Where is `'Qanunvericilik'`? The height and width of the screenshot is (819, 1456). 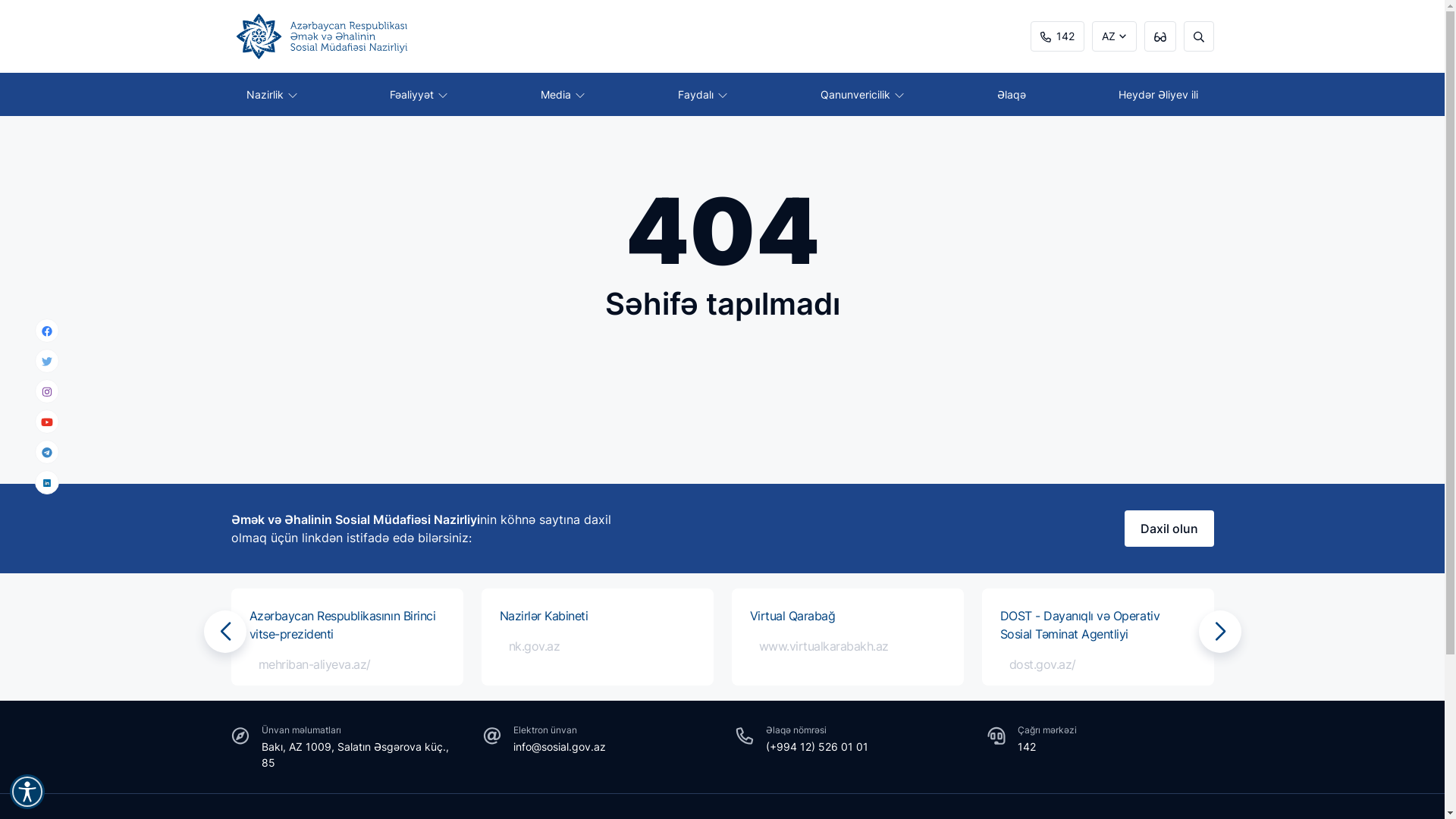 'Qanunvericilik' is located at coordinates (862, 94).